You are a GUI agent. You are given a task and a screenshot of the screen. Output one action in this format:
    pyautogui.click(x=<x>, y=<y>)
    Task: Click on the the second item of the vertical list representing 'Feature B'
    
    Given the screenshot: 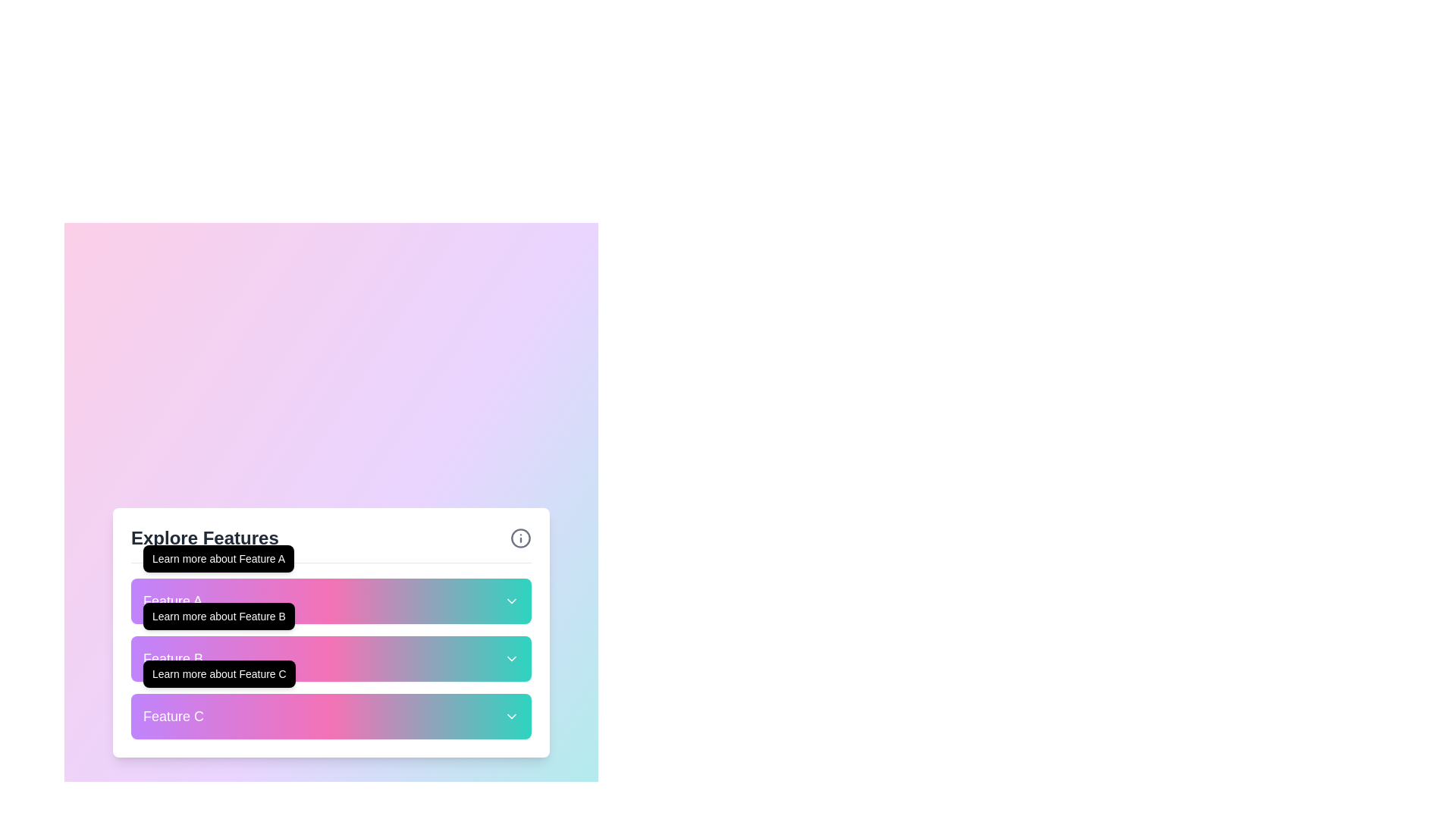 What is the action you would take?
    pyautogui.click(x=330, y=657)
    